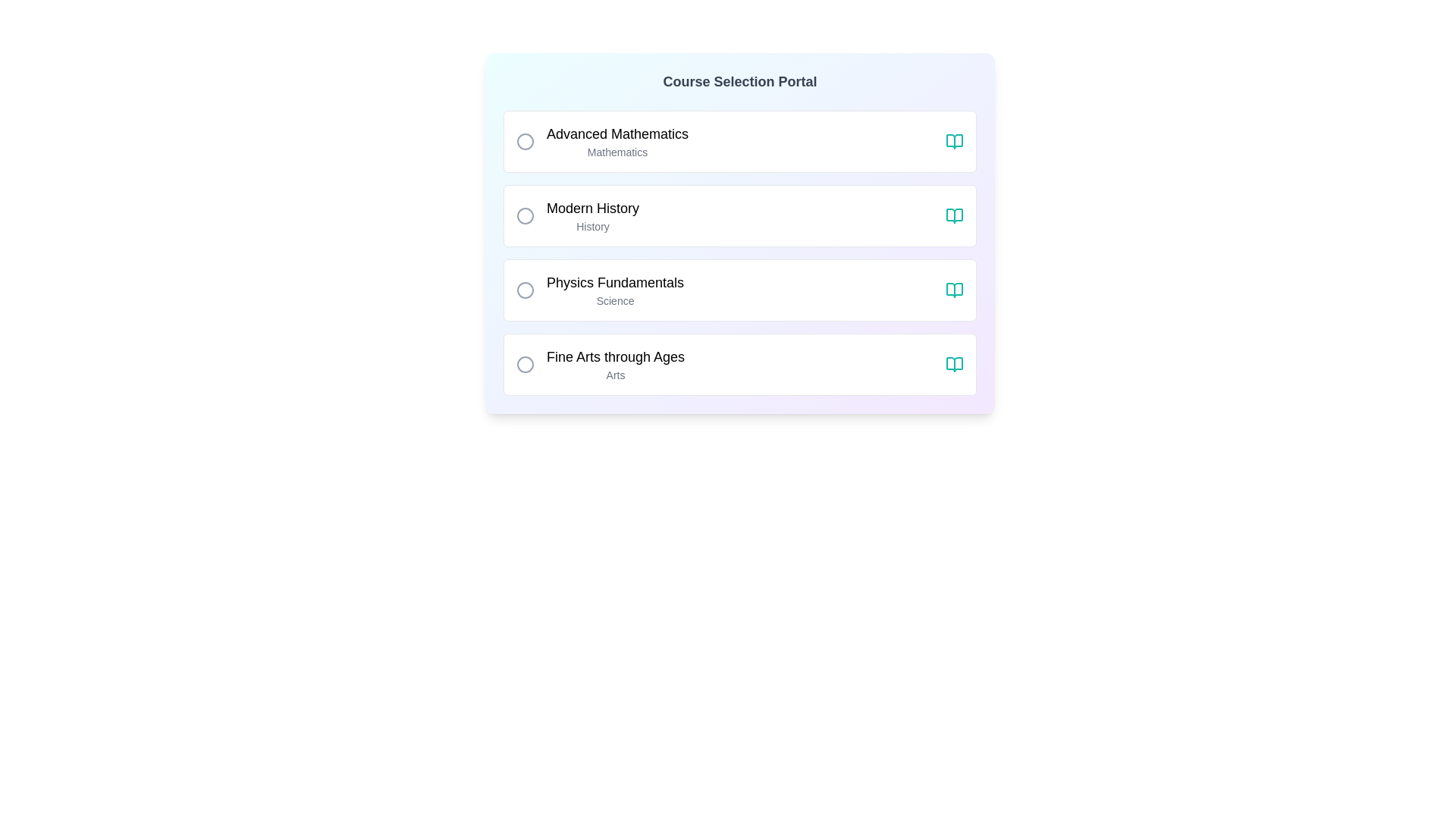  I want to click on the text label displaying 'Fine Arts through Ages', which is styled with a medium font weight and a large text size, located in the bottommost row of the course selection interface, so click(615, 356).